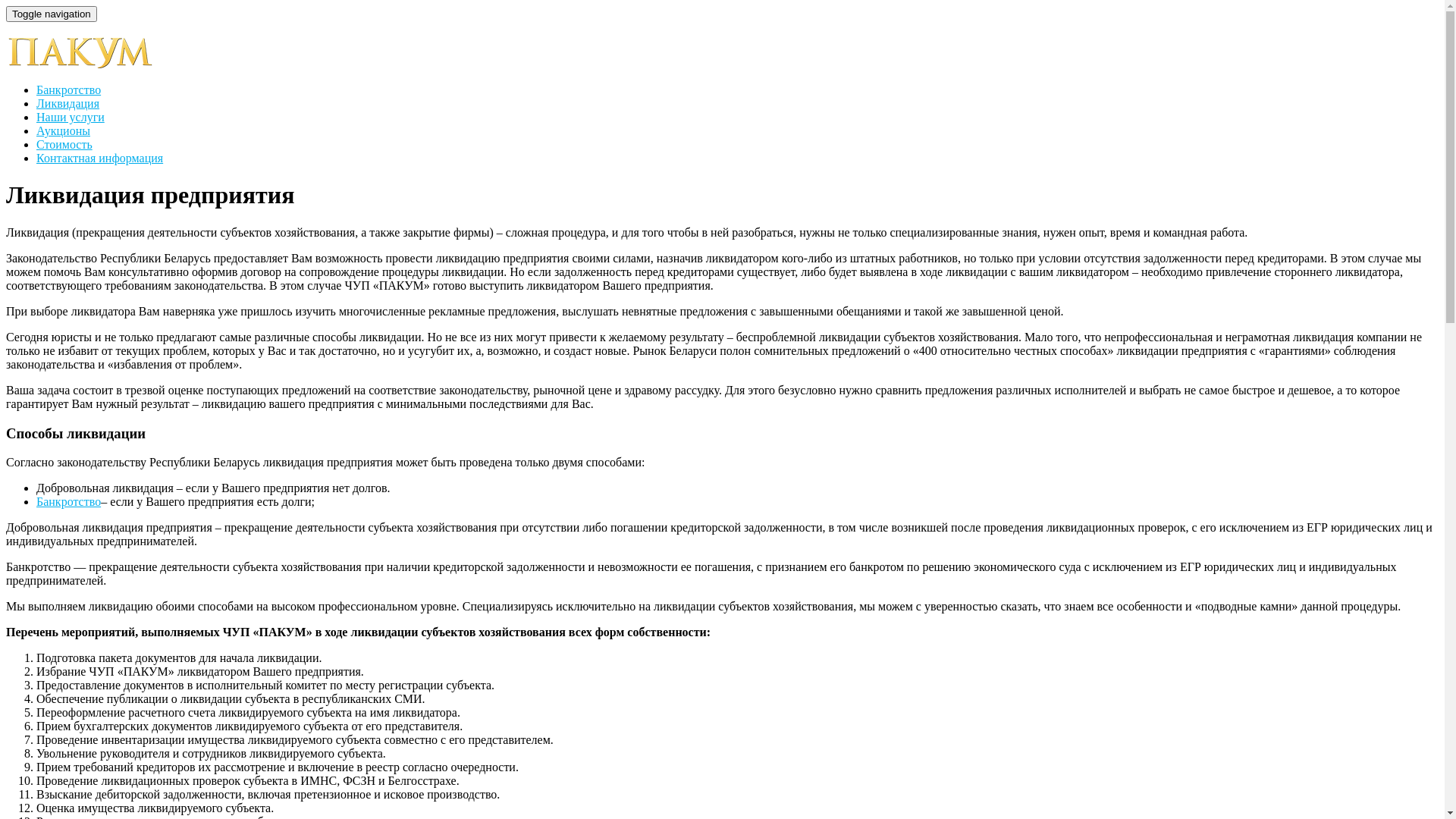  Describe the element at coordinates (51, 14) in the screenshot. I see `'Toggle navigation'` at that location.